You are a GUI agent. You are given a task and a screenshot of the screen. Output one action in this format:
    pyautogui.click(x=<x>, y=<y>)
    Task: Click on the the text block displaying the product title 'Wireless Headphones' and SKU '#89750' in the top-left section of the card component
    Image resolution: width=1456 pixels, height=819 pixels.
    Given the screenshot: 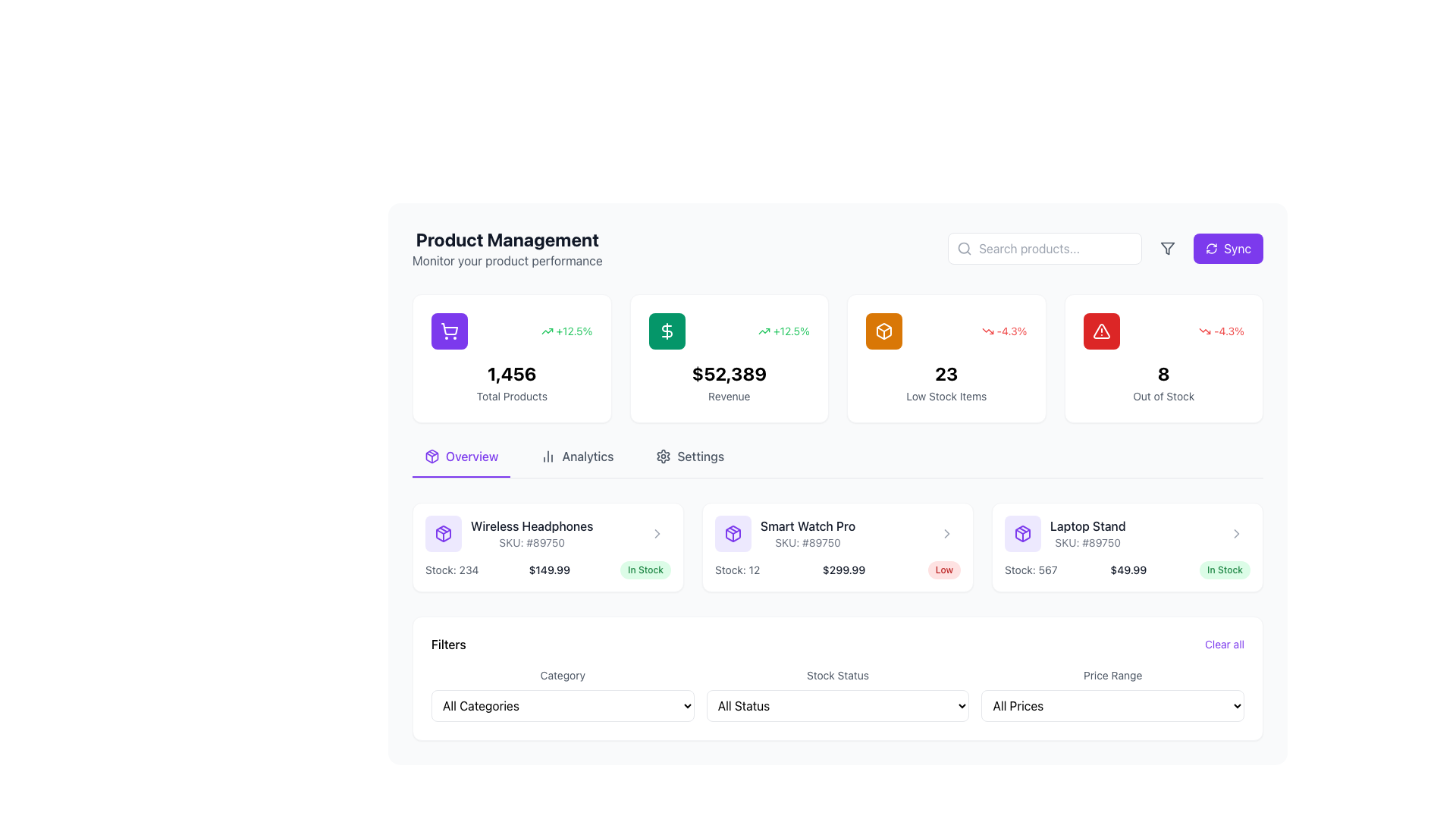 What is the action you would take?
    pyautogui.click(x=548, y=533)
    